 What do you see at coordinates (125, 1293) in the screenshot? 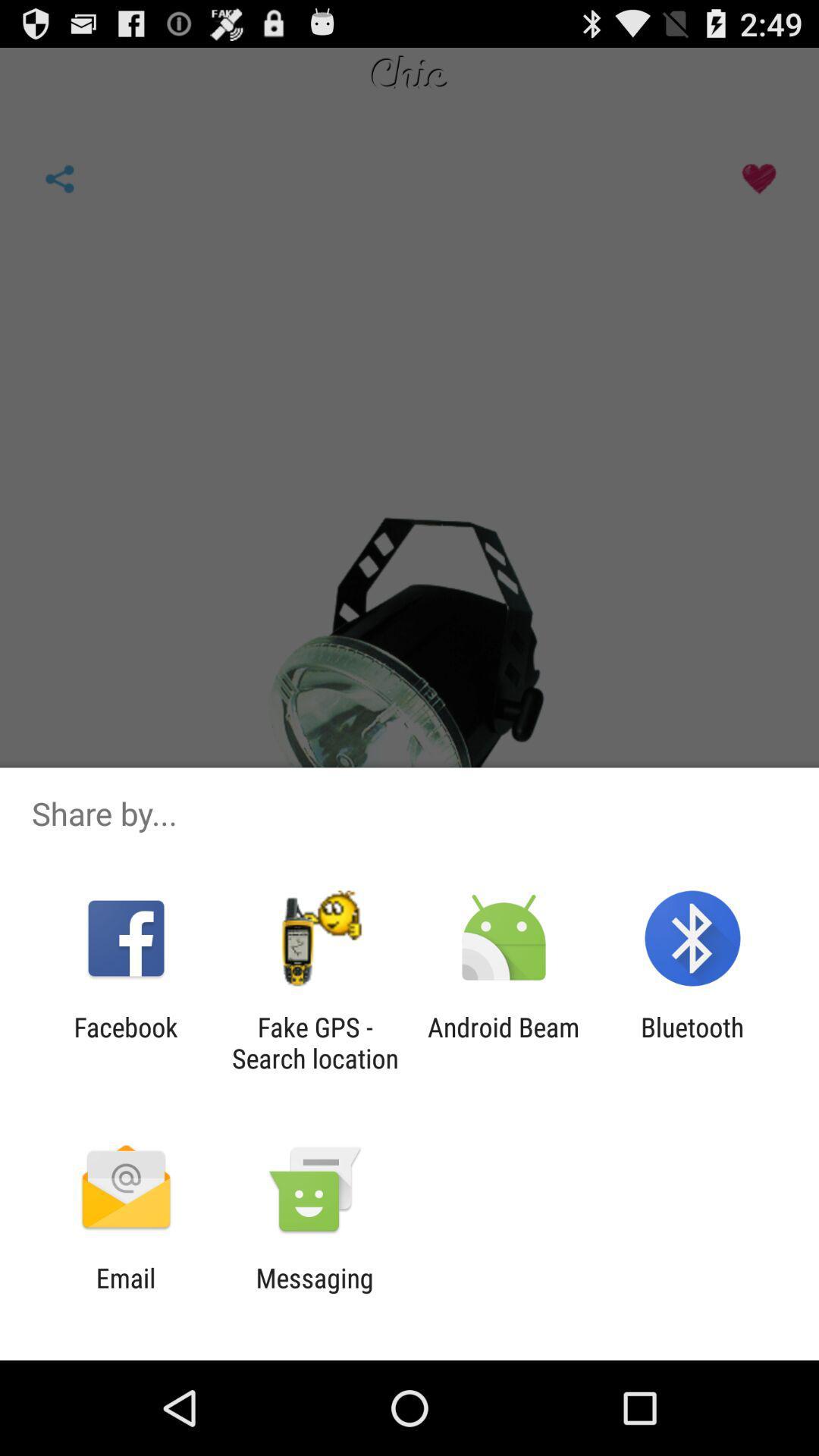
I see `the email app` at bounding box center [125, 1293].